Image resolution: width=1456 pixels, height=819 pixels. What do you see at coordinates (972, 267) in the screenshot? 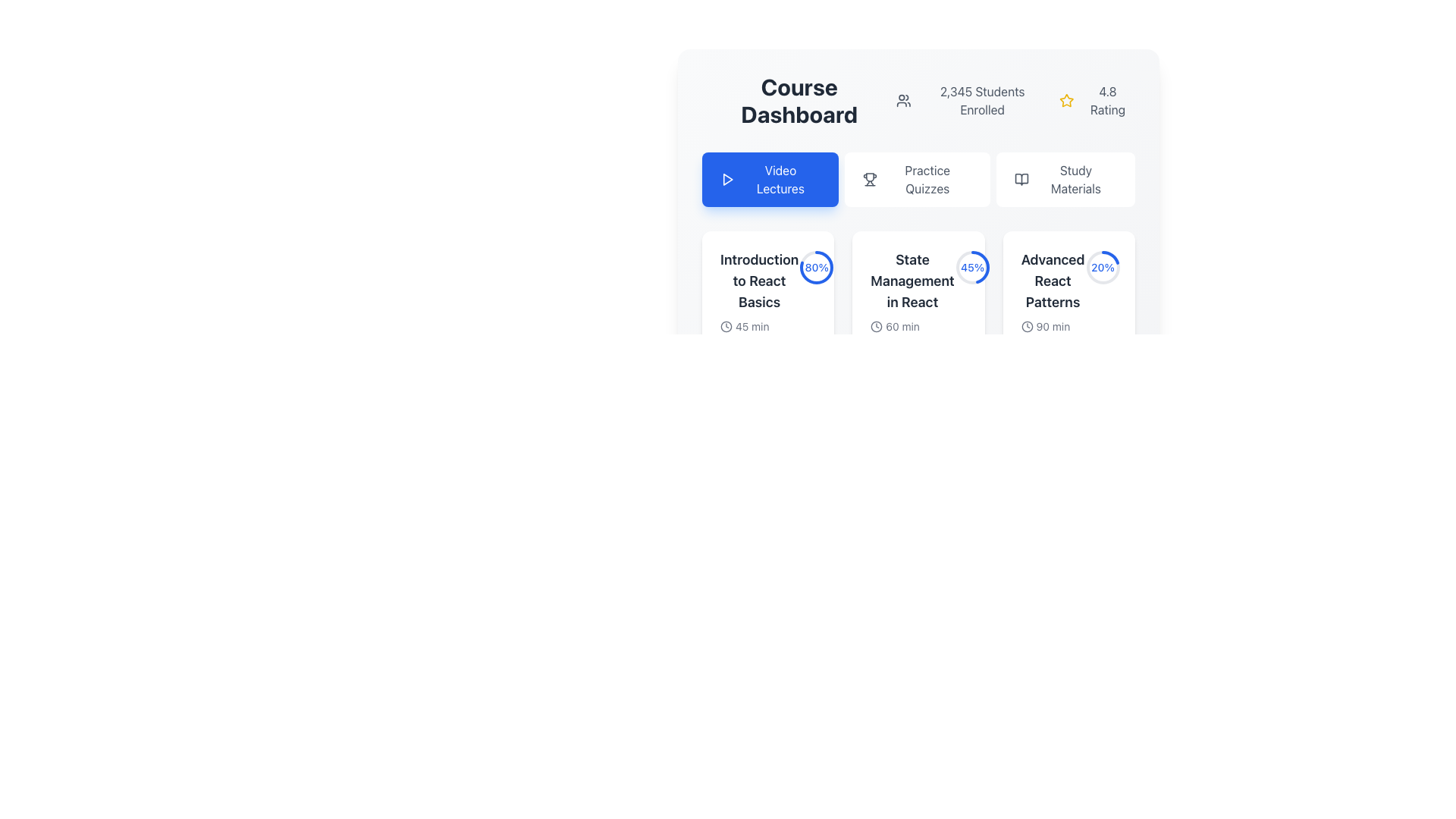
I see `the progress indicated by the Circular progress visual indicator located in the top-right corner of the 'State Management in React' card` at bounding box center [972, 267].